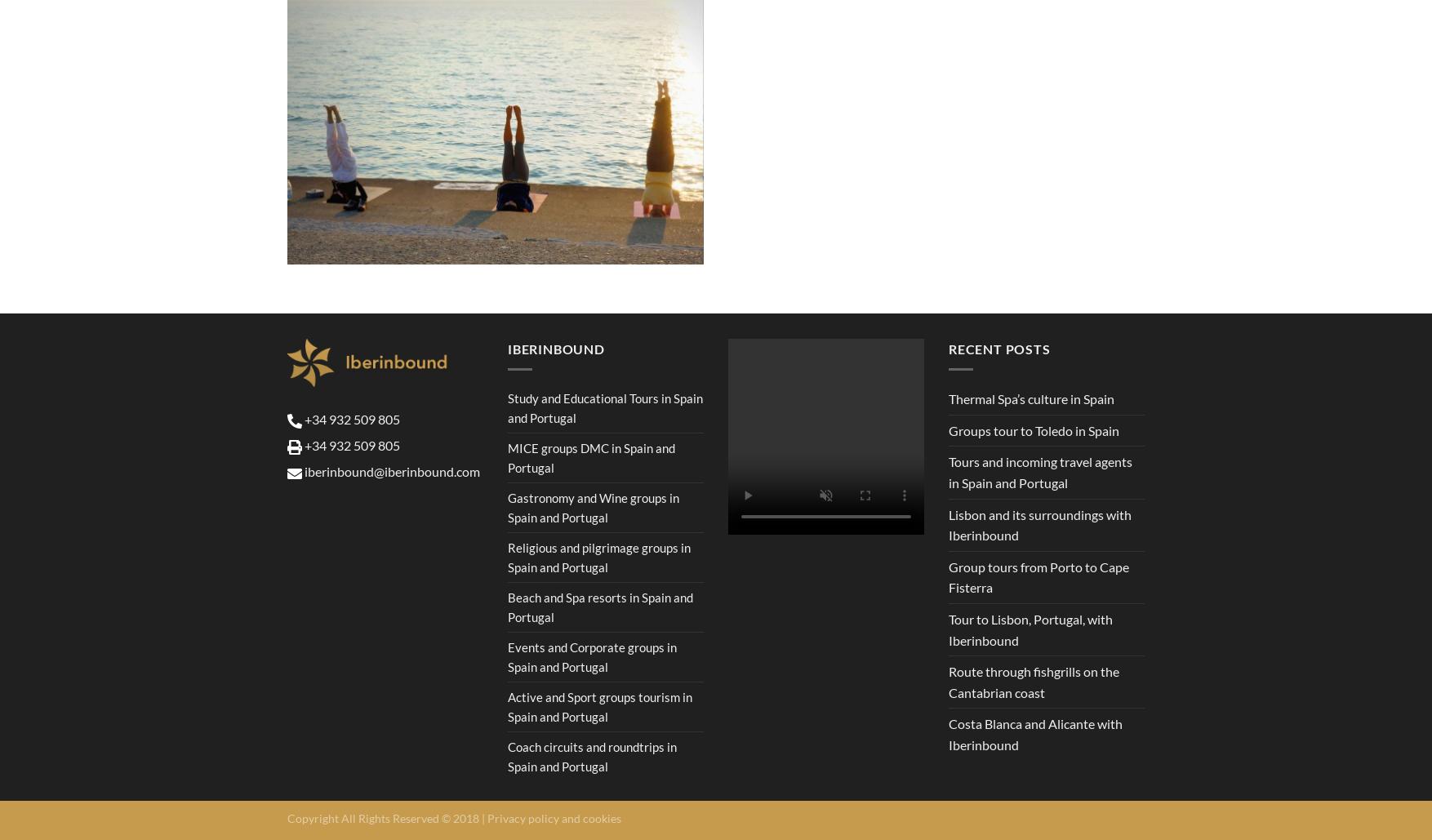  What do you see at coordinates (599, 557) in the screenshot?
I see `'Religious and pilgrimage groups in Spain and Portugal'` at bounding box center [599, 557].